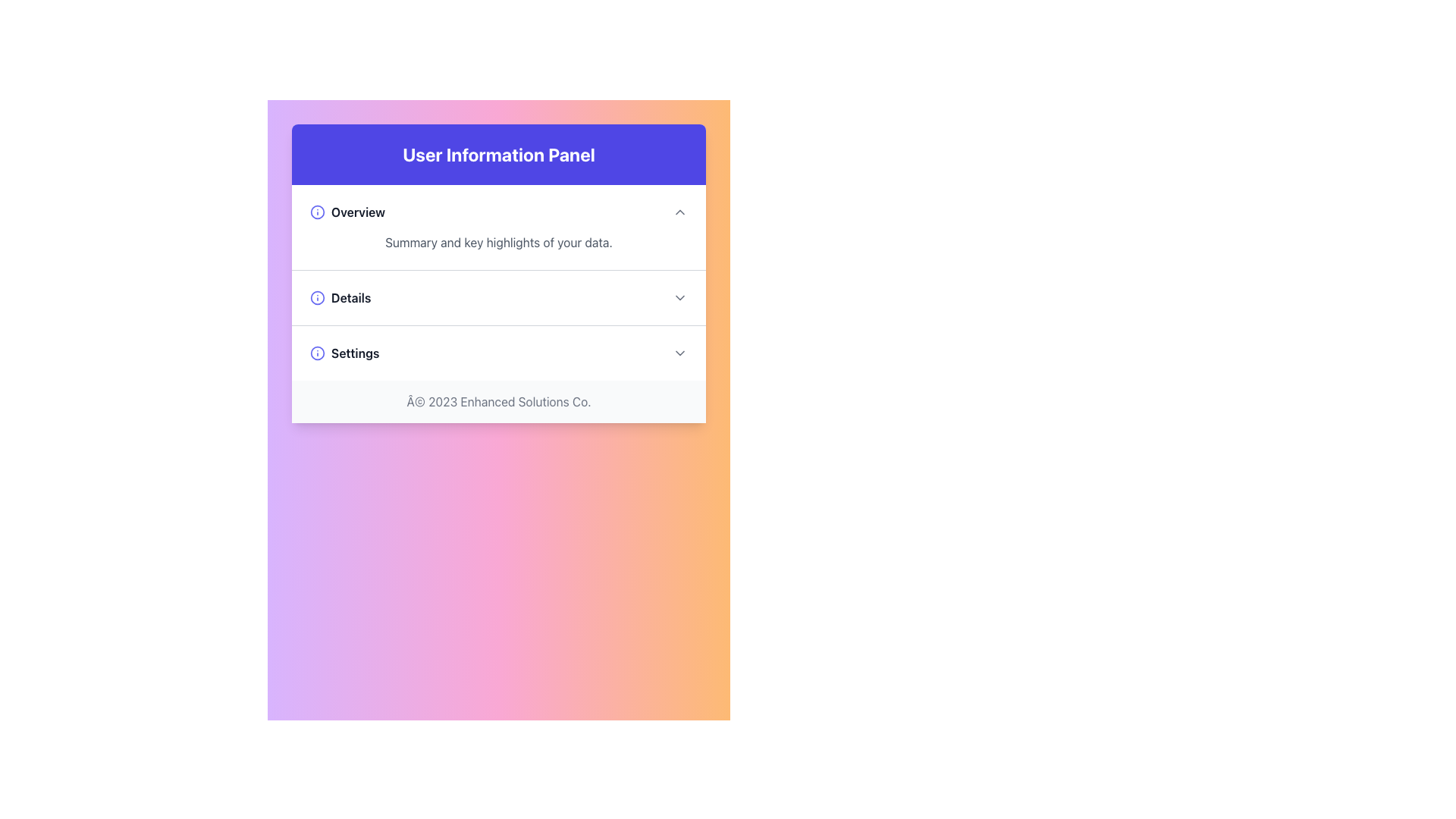 This screenshot has width=1456, height=819. Describe the element at coordinates (498, 400) in the screenshot. I see `the static text label displaying 'Â© 2023 Enhanced Solutions Co.' in the footer section of the UI` at that location.